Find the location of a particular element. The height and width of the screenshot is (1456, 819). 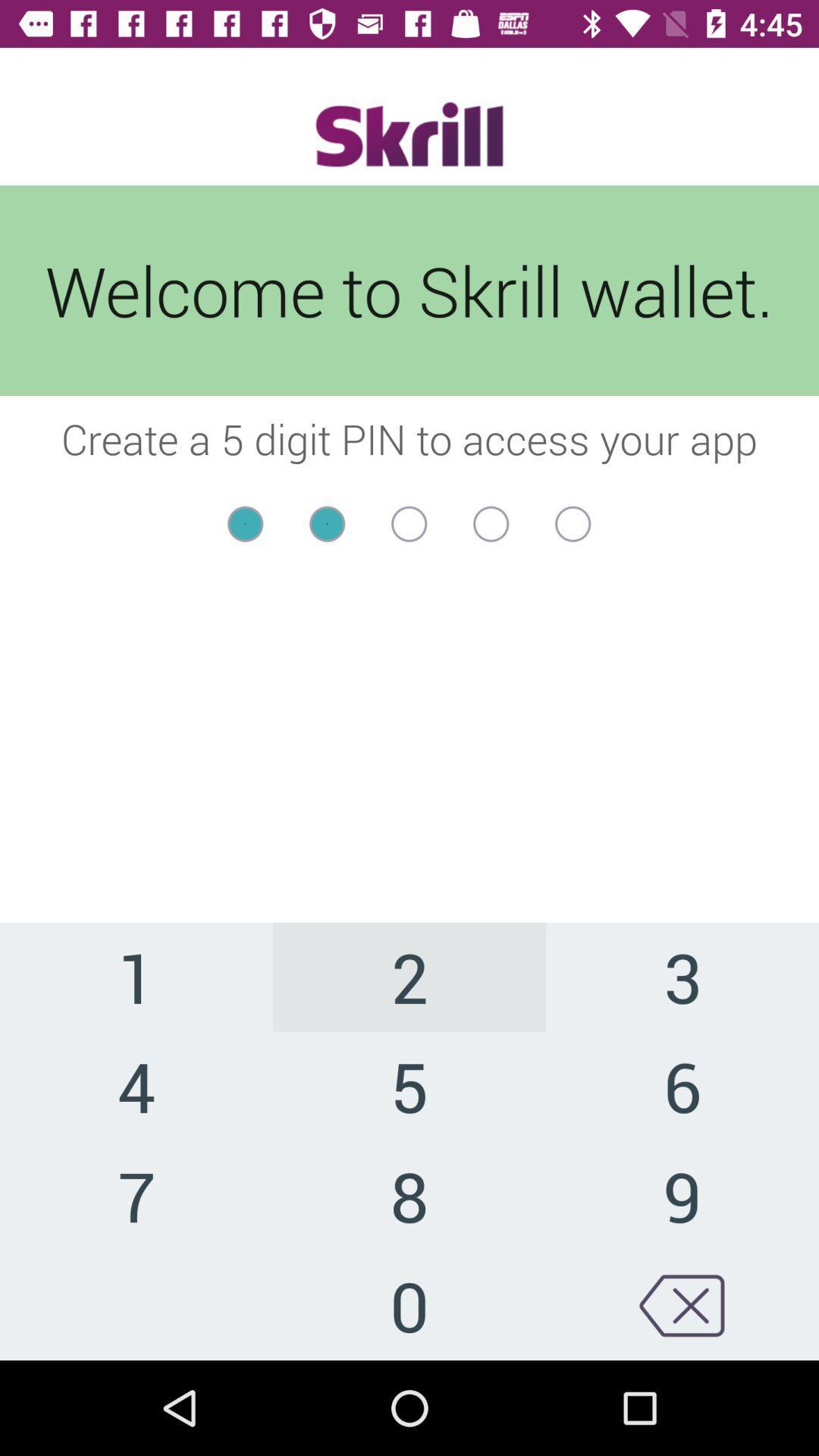

item below the create a 5 item is located at coordinates (409, 553).